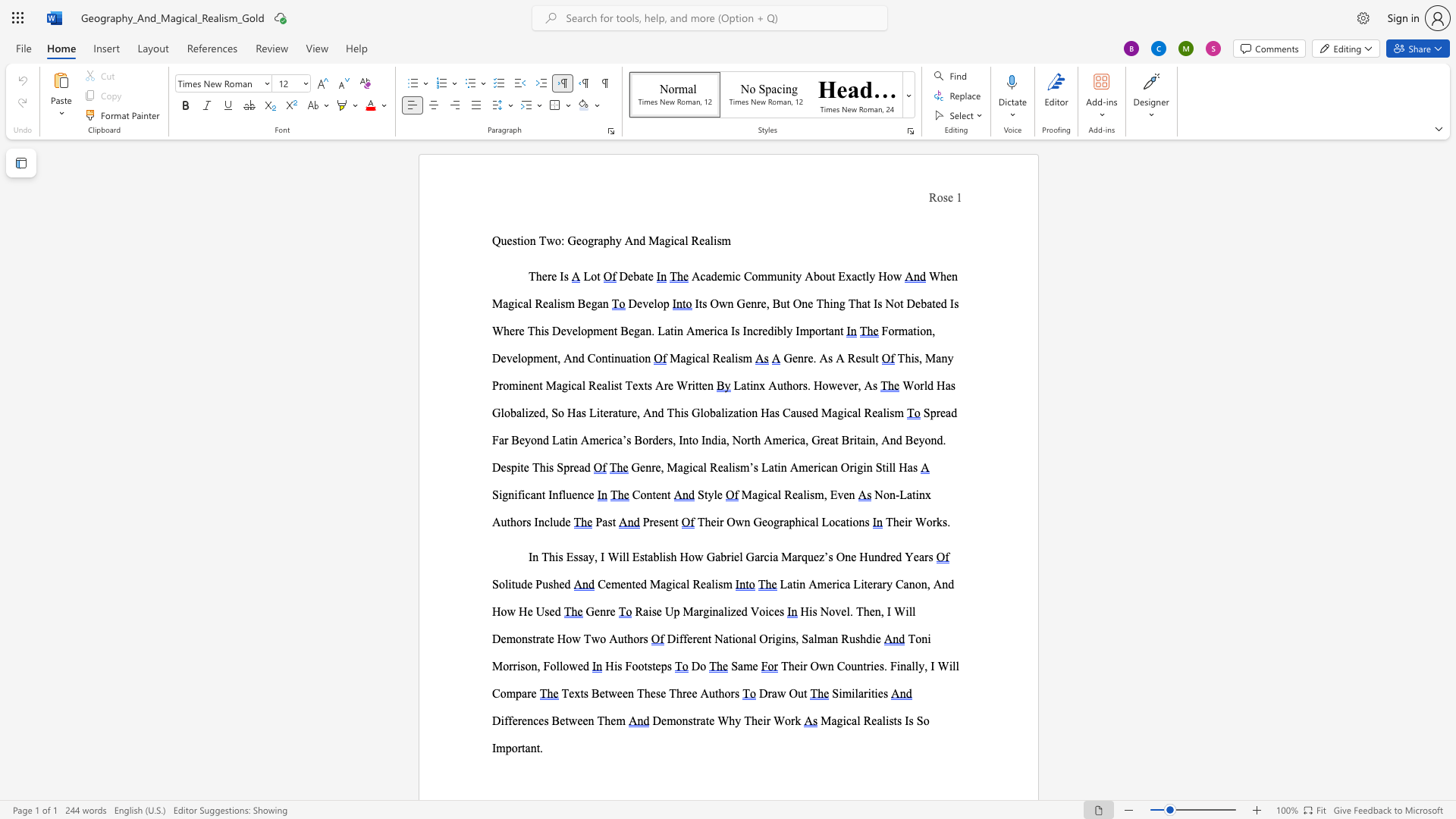  I want to click on the 1th character "R" in the text, so click(538, 303).